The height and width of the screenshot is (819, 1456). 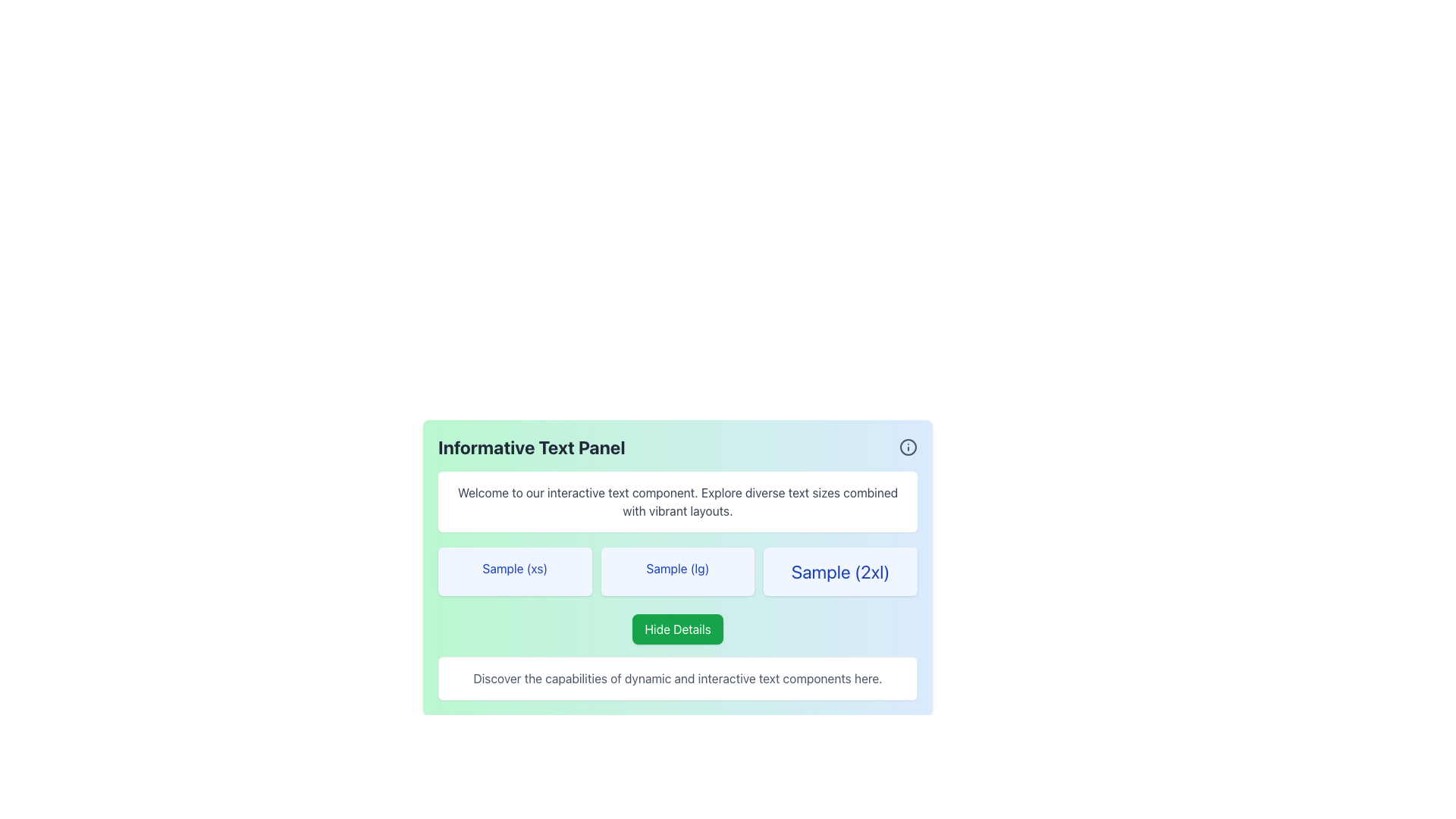 I want to click on the button that hides additional details, located centrally below the 'Sample (xs)', 'Sample (lg)', and 'Sample (2xl)' buttons and above the interactive text components section, so click(x=676, y=629).